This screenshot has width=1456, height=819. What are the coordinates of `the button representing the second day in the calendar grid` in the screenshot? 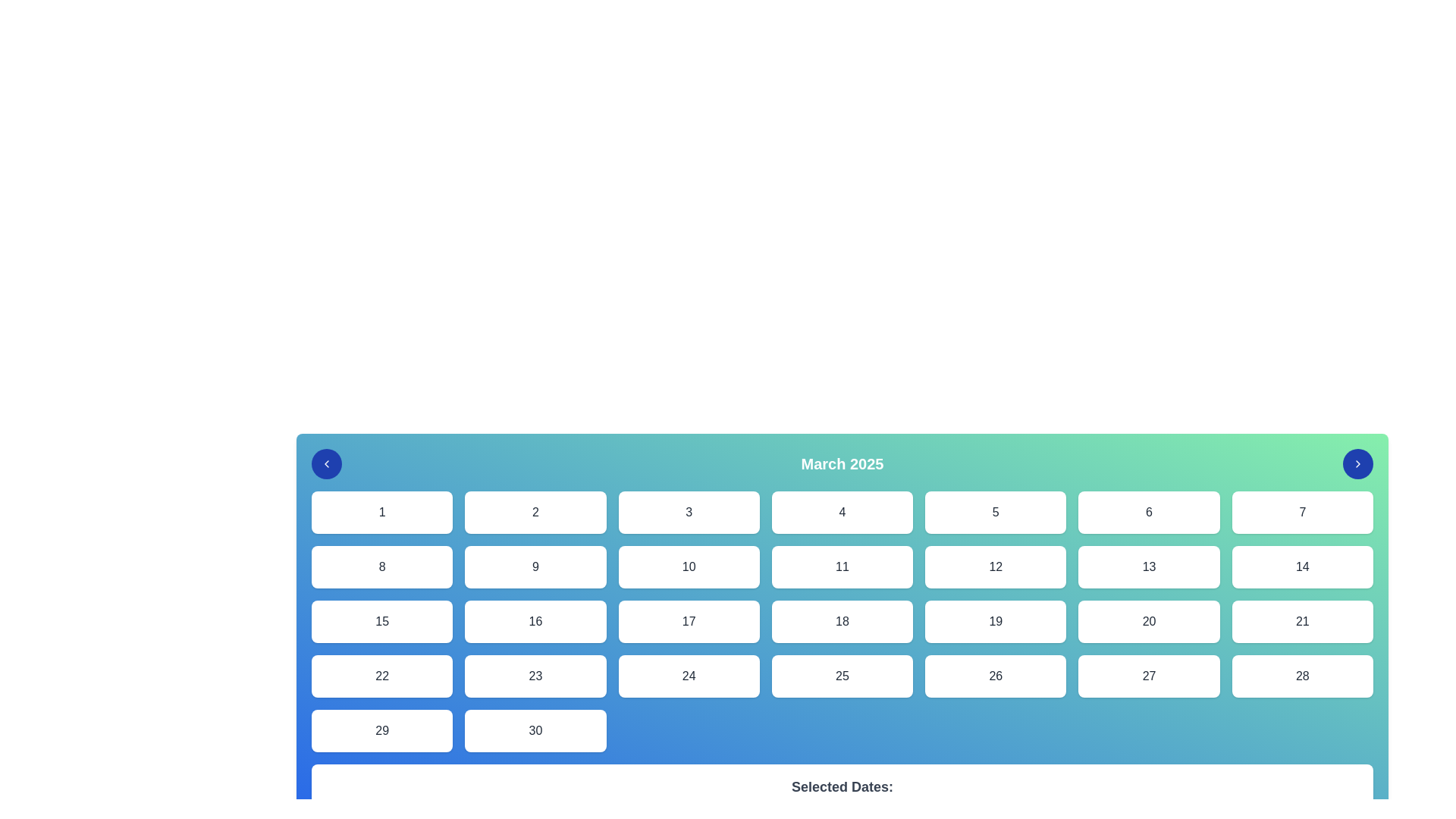 It's located at (535, 512).